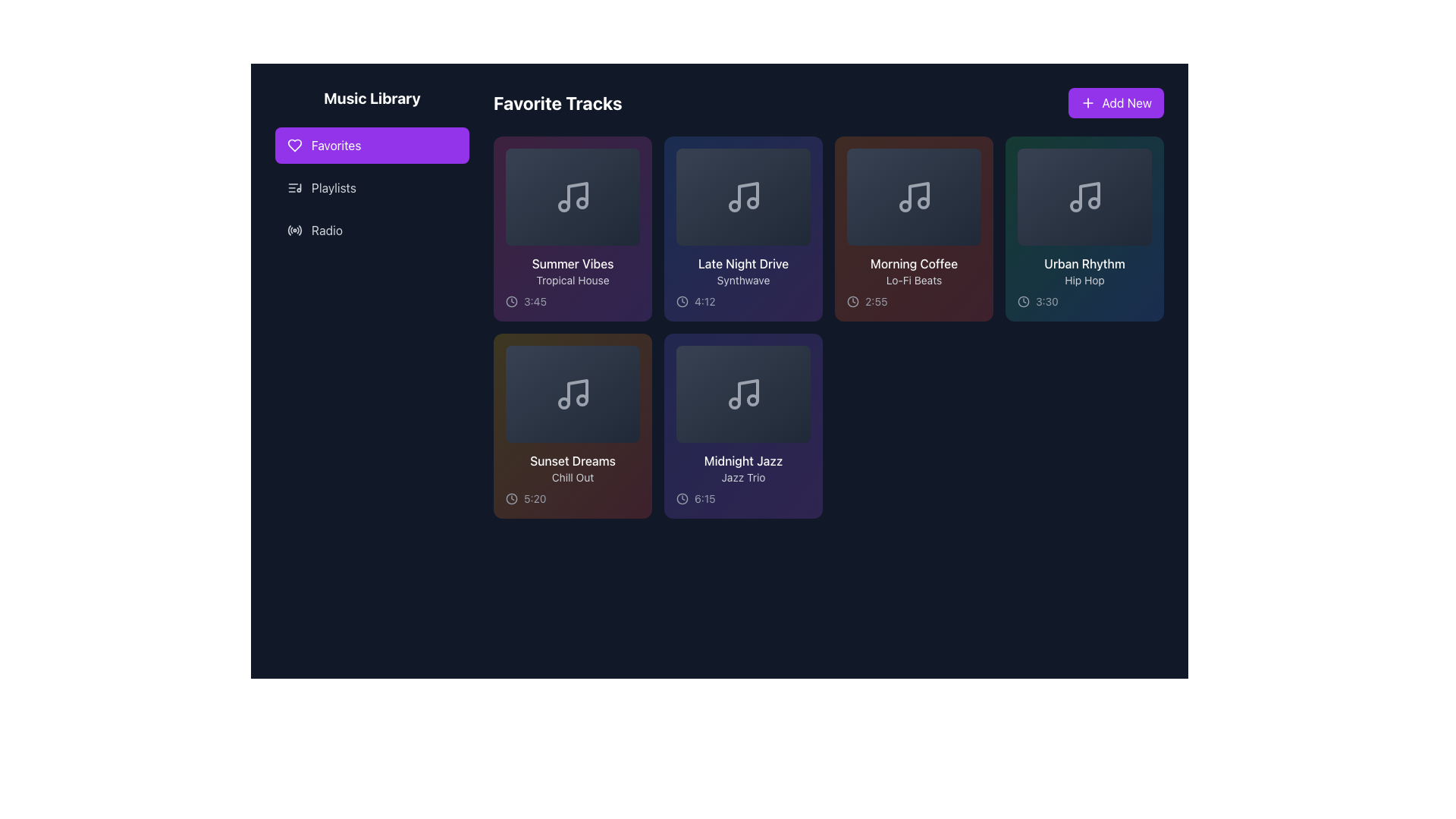 This screenshot has width=1456, height=819. I want to click on the small circular button located in the top-right corner of the 'Morning Coffee' card in the 'Favorite Tracks' section, so click(971, 158).